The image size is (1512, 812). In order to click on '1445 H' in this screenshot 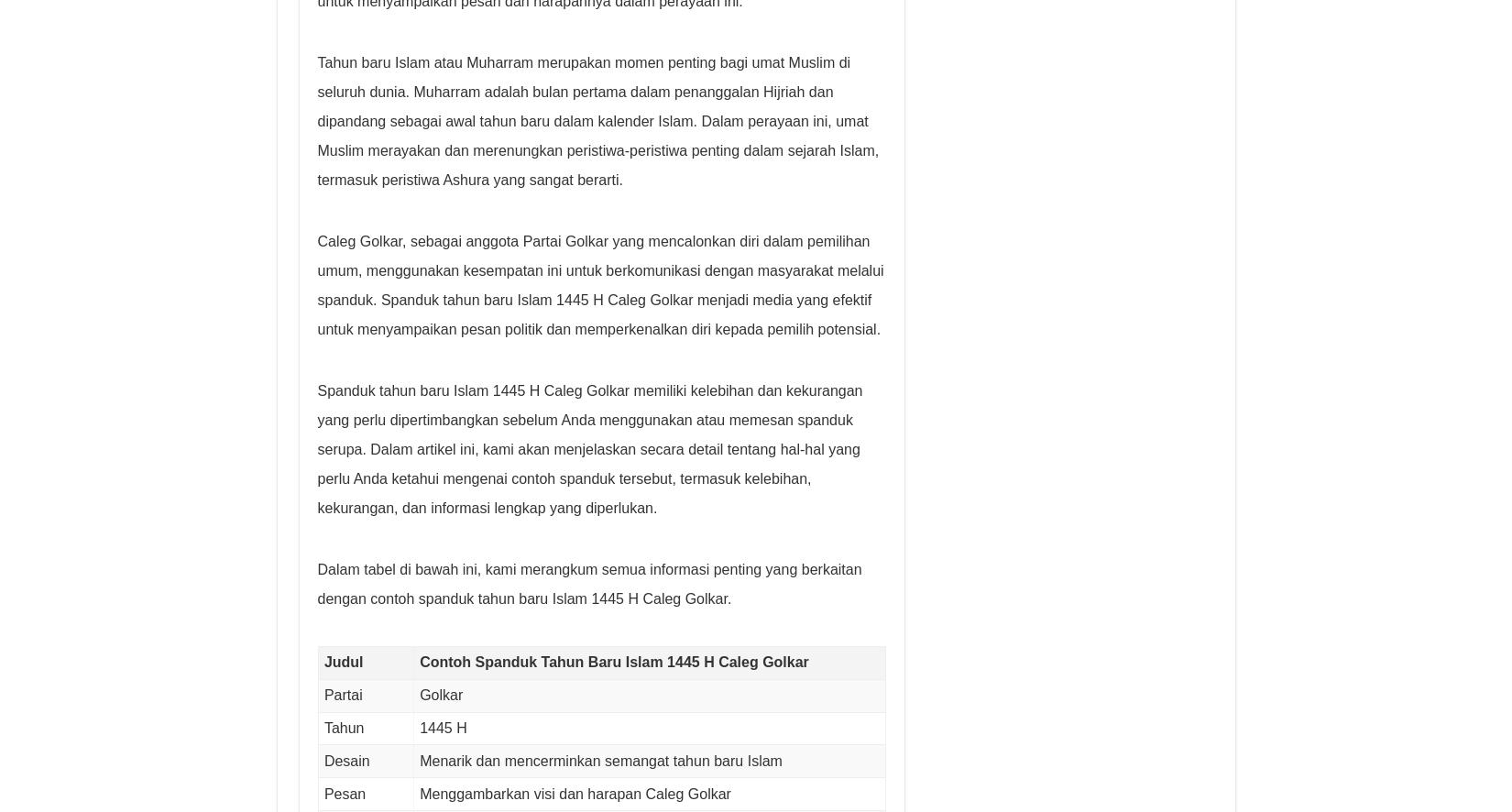, I will do `click(442, 726)`.